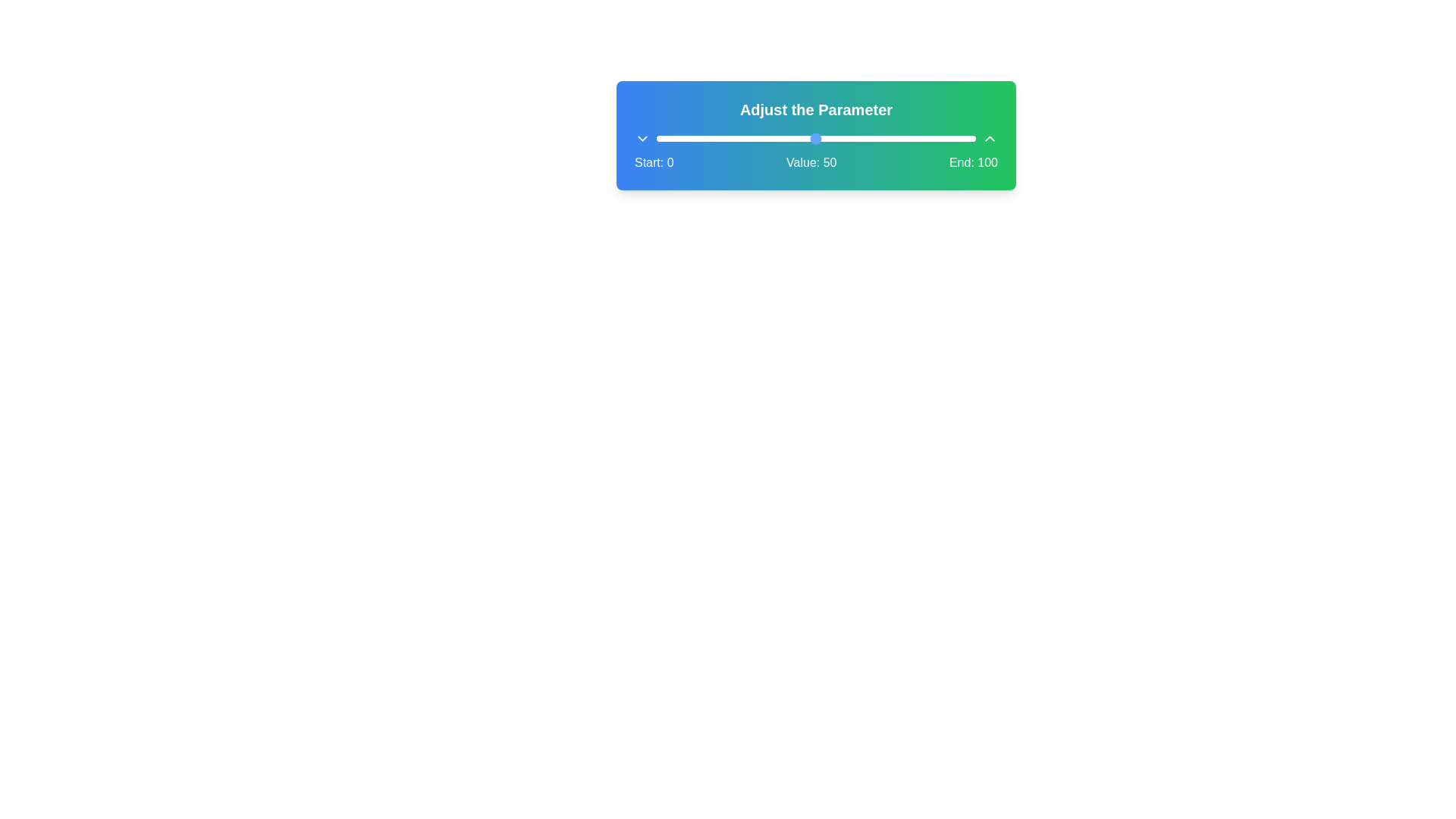 This screenshot has width=1456, height=819. I want to click on the slider value, so click(930, 138).